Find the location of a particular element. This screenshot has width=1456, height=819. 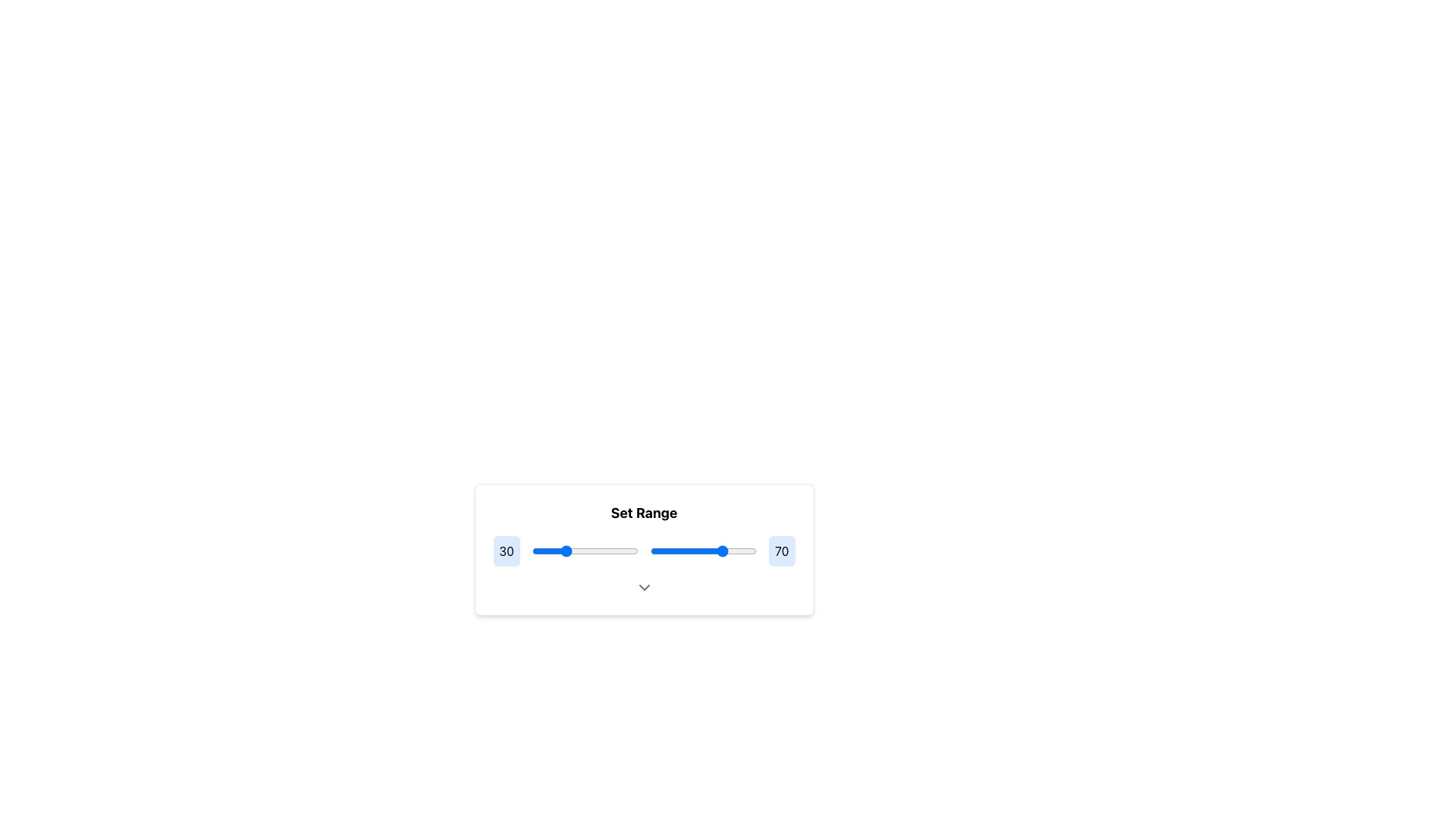

the start value of the range slider is located at coordinates (593, 551).